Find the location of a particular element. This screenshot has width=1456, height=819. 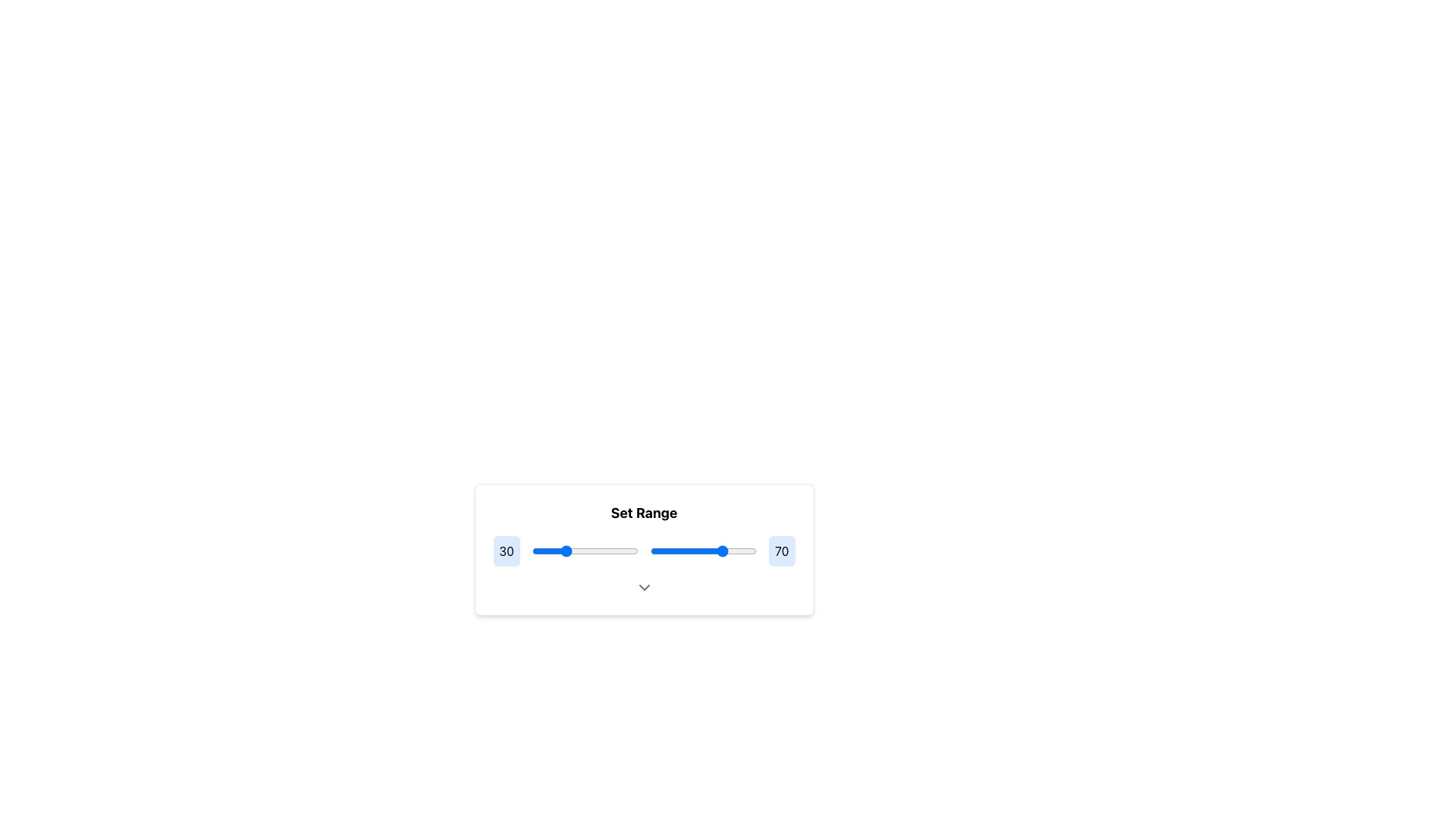

the start value of the range slider is located at coordinates (593, 551).